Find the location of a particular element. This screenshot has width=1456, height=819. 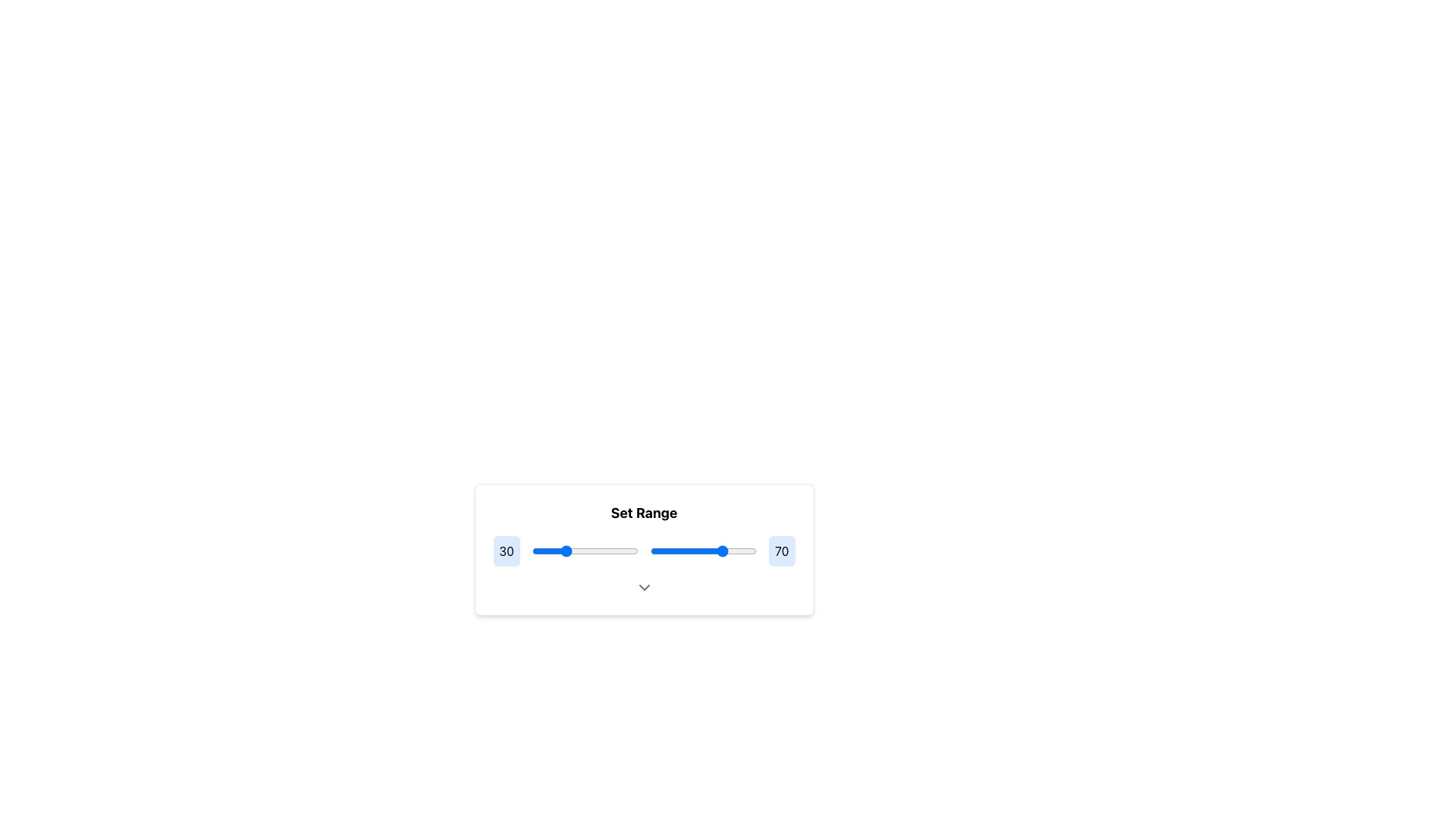

the start value of the range slider is located at coordinates (593, 551).